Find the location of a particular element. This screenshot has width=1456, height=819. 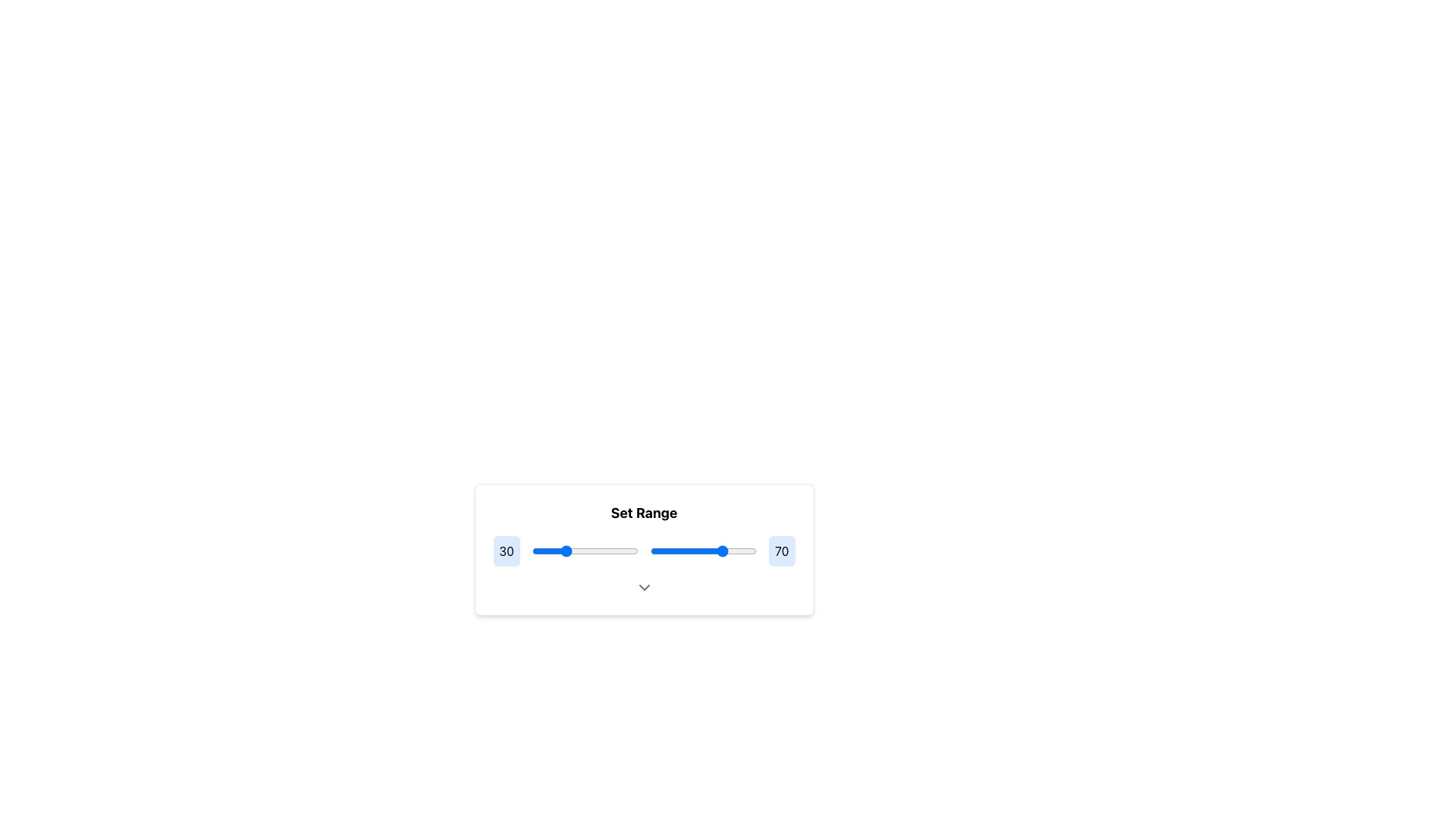

the start value of the range slider is located at coordinates (593, 551).